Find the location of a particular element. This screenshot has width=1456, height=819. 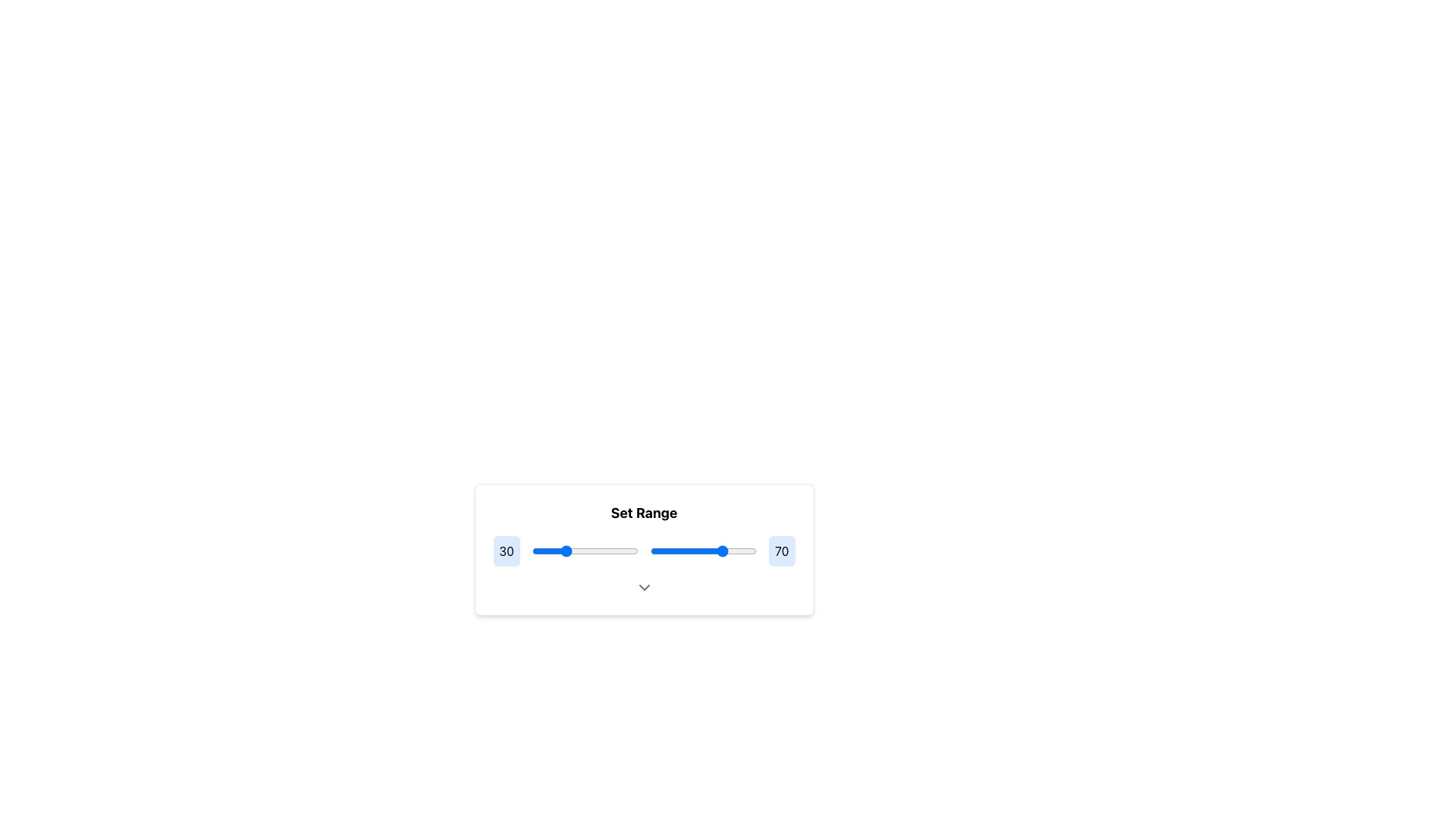

the start value of the range slider is located at coordinates (593, 551).